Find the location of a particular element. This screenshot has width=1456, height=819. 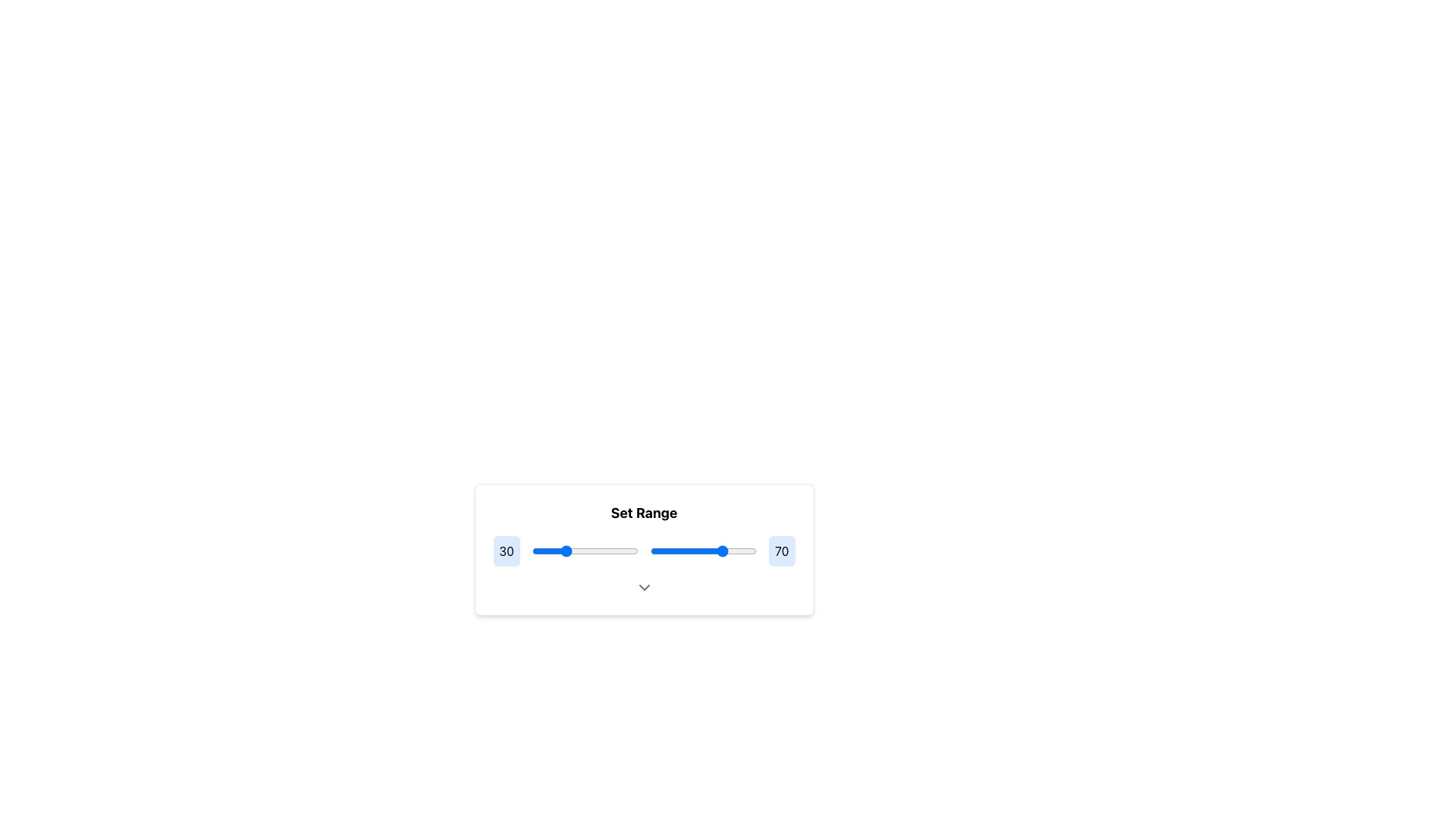

the start value of the range slider is located at coordinates (593, 551).